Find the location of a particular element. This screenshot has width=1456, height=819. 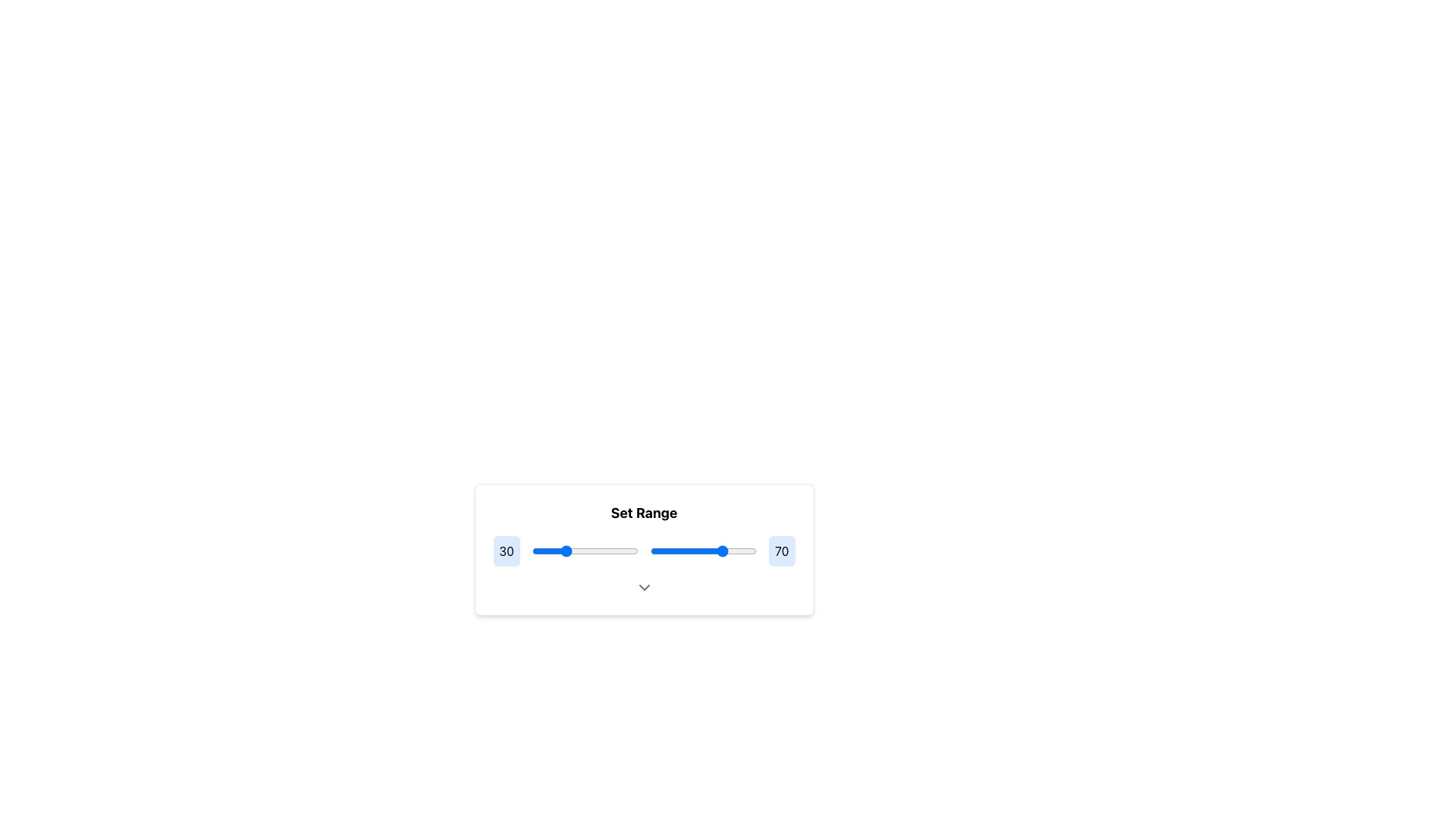

the start value of the range slider is located at coordinates (593, 551).